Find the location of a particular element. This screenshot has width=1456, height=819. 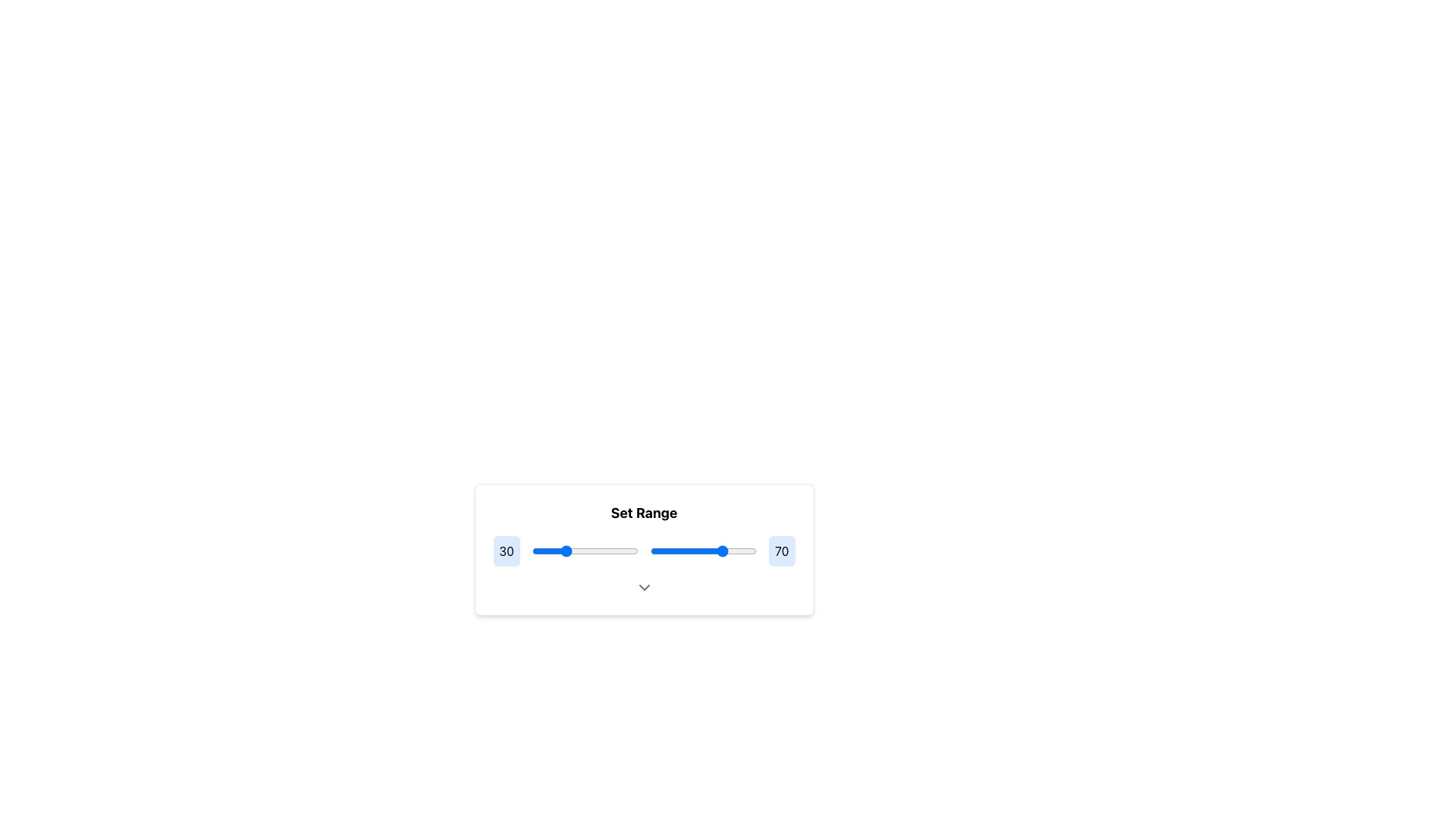

the start value of the range slider is located at coordinates (593, 551).